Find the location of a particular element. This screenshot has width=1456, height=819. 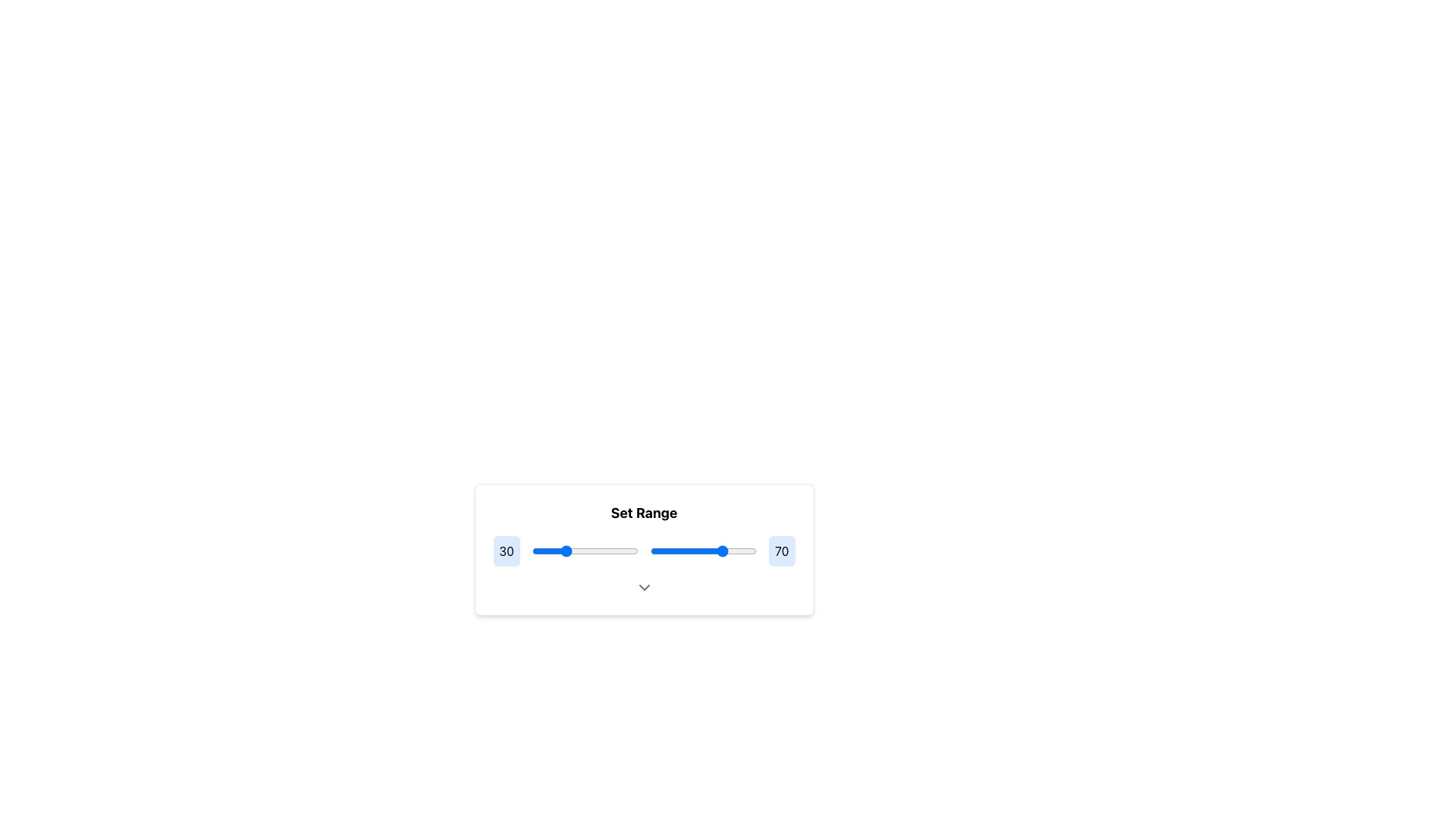

the start value of the range slider is located at coordinates (593, 551).